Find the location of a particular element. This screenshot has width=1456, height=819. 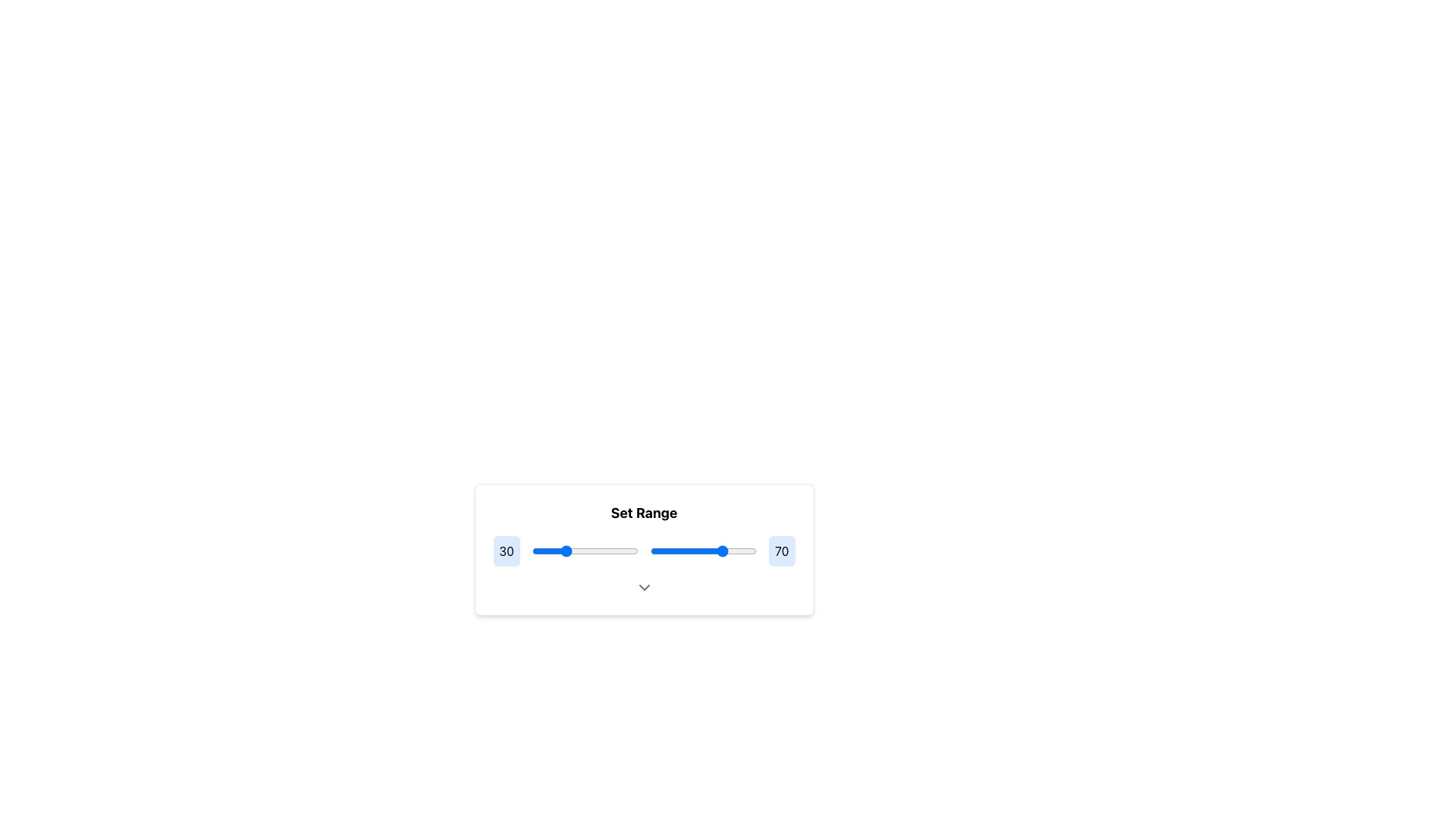

the start value of the range slider is located at coordinates (593, 551).